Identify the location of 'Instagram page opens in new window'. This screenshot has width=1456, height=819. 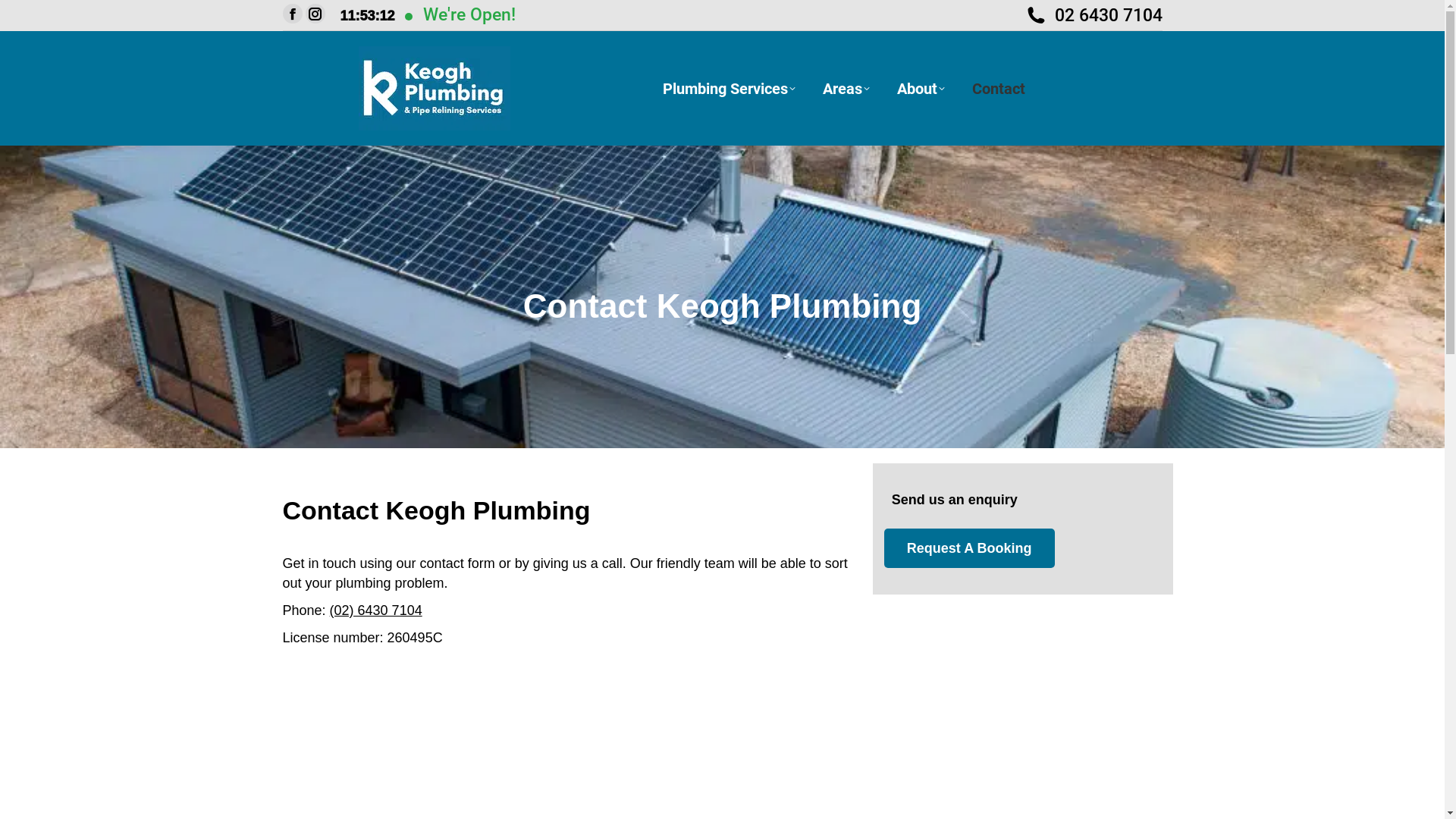
(313, 14).